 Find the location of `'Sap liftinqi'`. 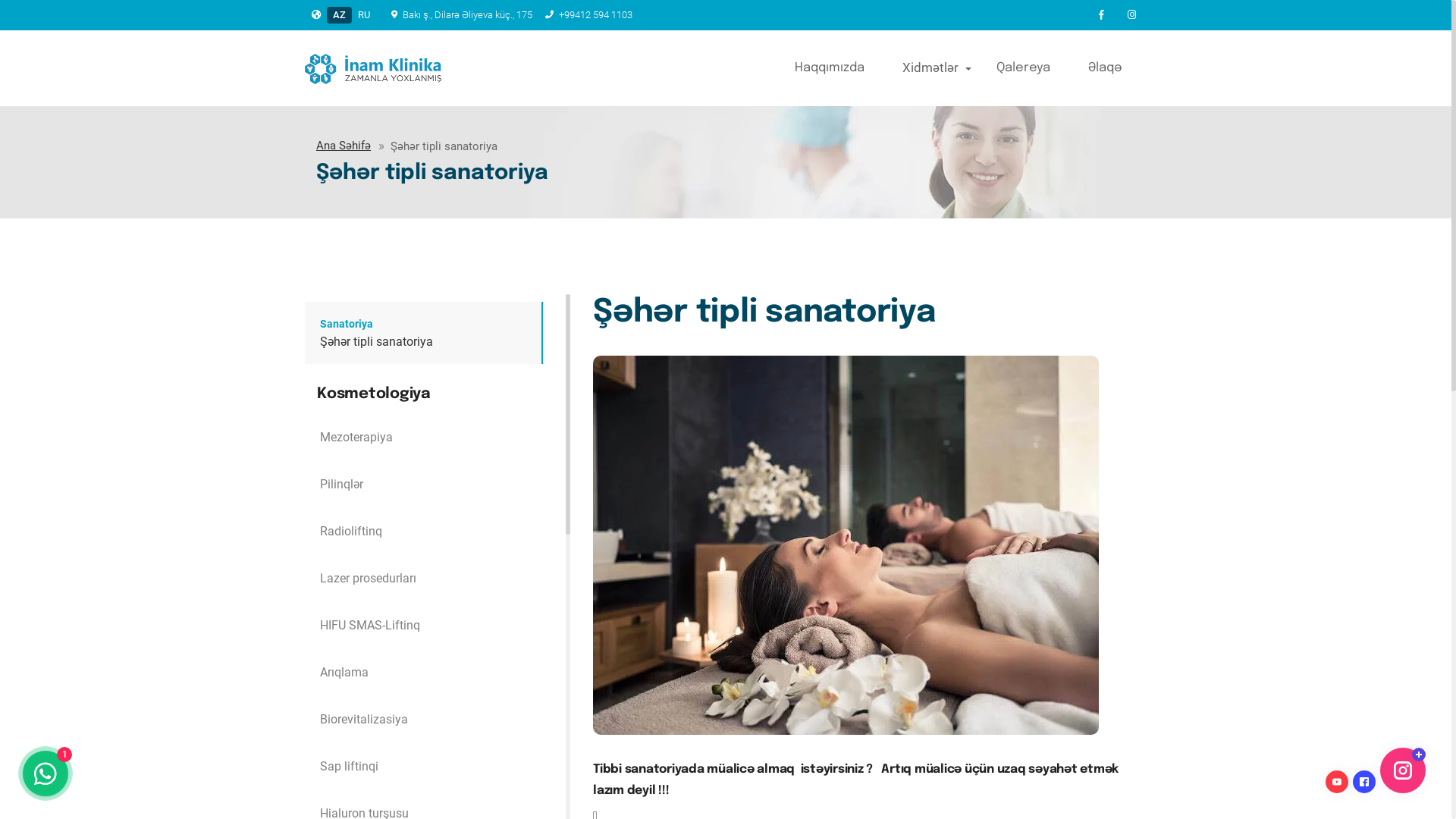

'Sap liftinqi' is located at coordinates (423, 766).